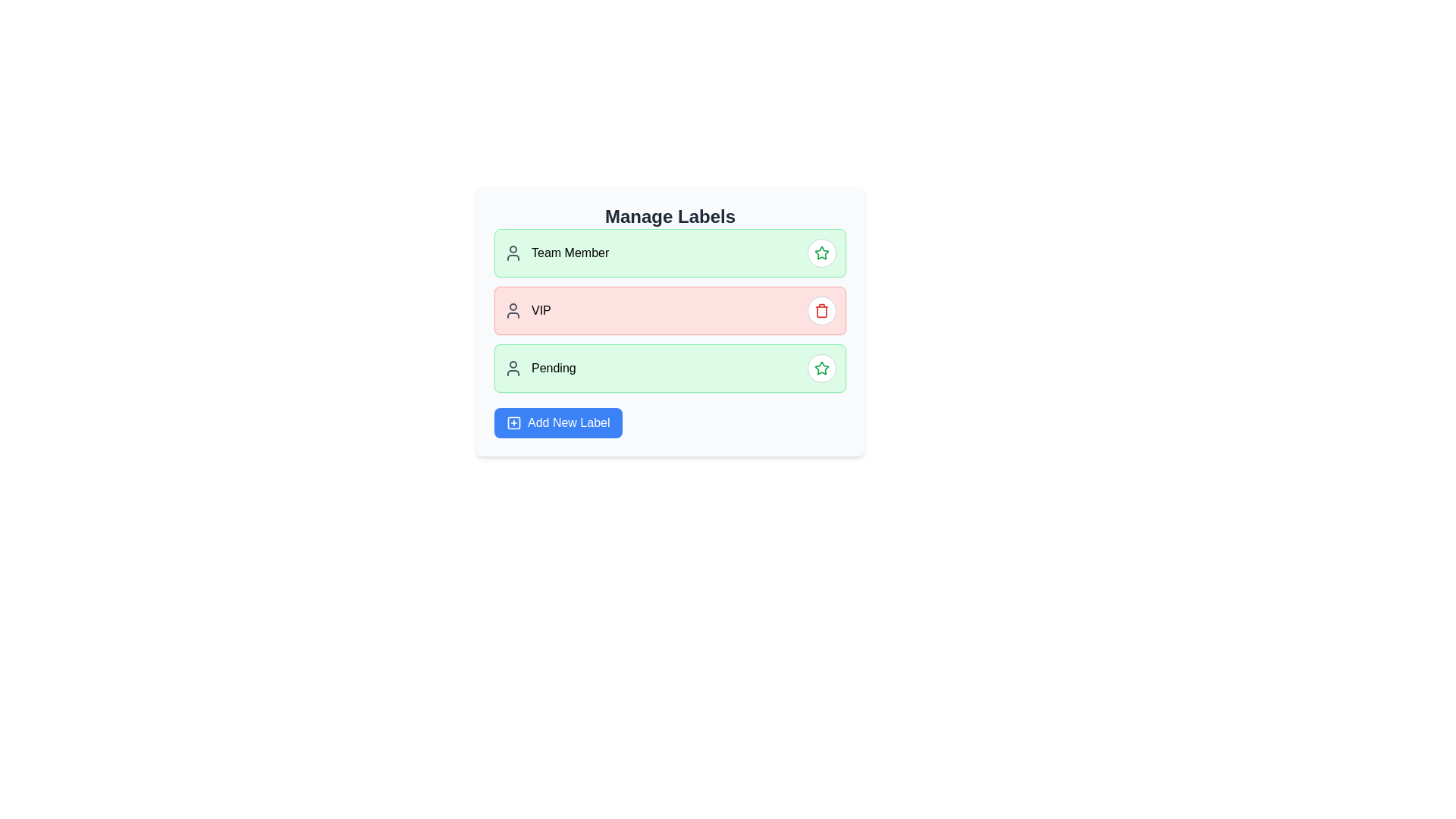 The width and height of the screenshot is (1456, 819). What do you see at coordinates (513, 369) in the screenshot?
I see `the user icon represented as a minimalistic graphic of an individual, styled in gray, located next to the text 'Pending' within a green-bordered rectangular section` at bounding box center [513, 369].